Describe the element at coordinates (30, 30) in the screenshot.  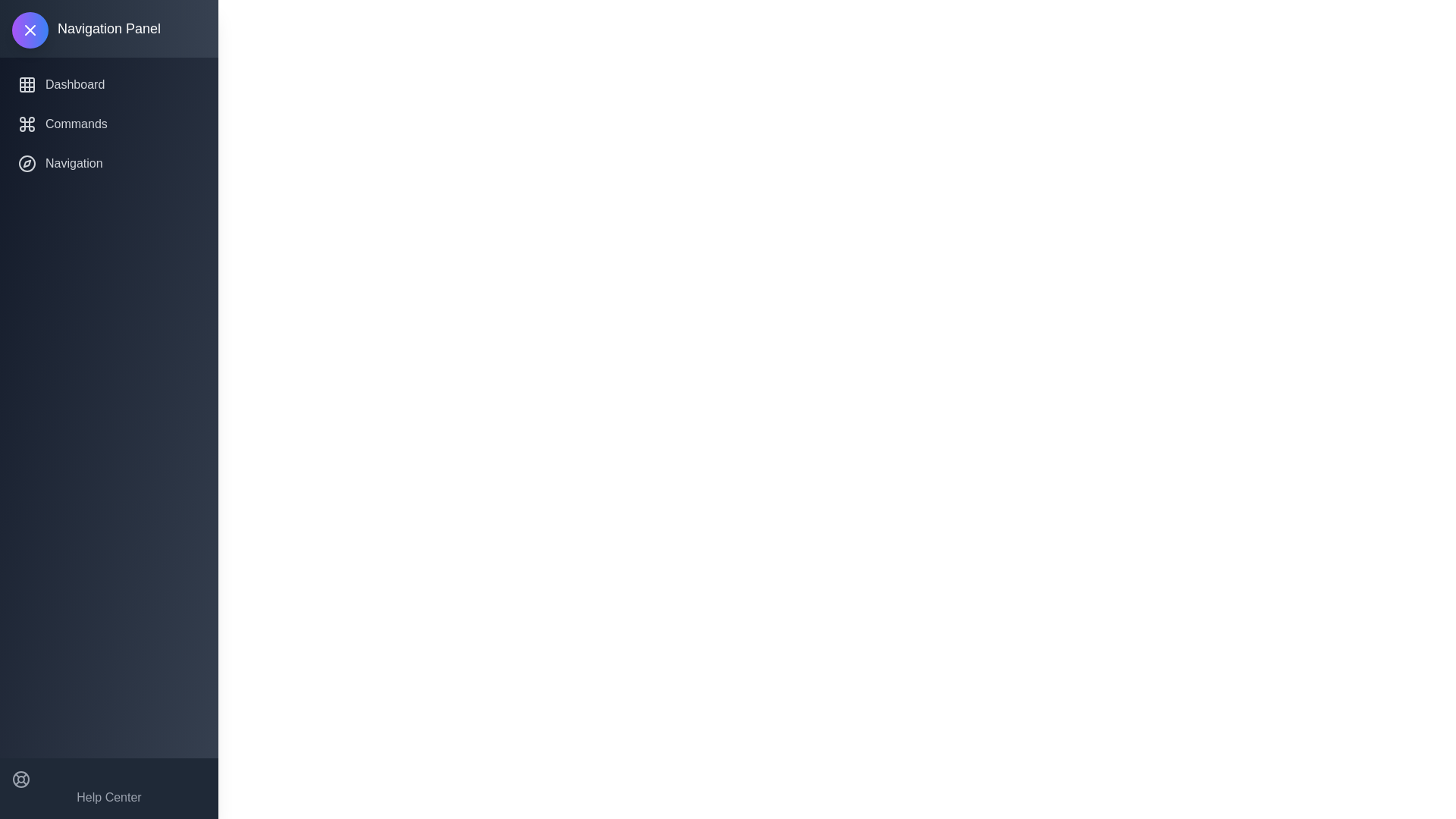
I see `top-left button to toggle the drawer panel` at that location.